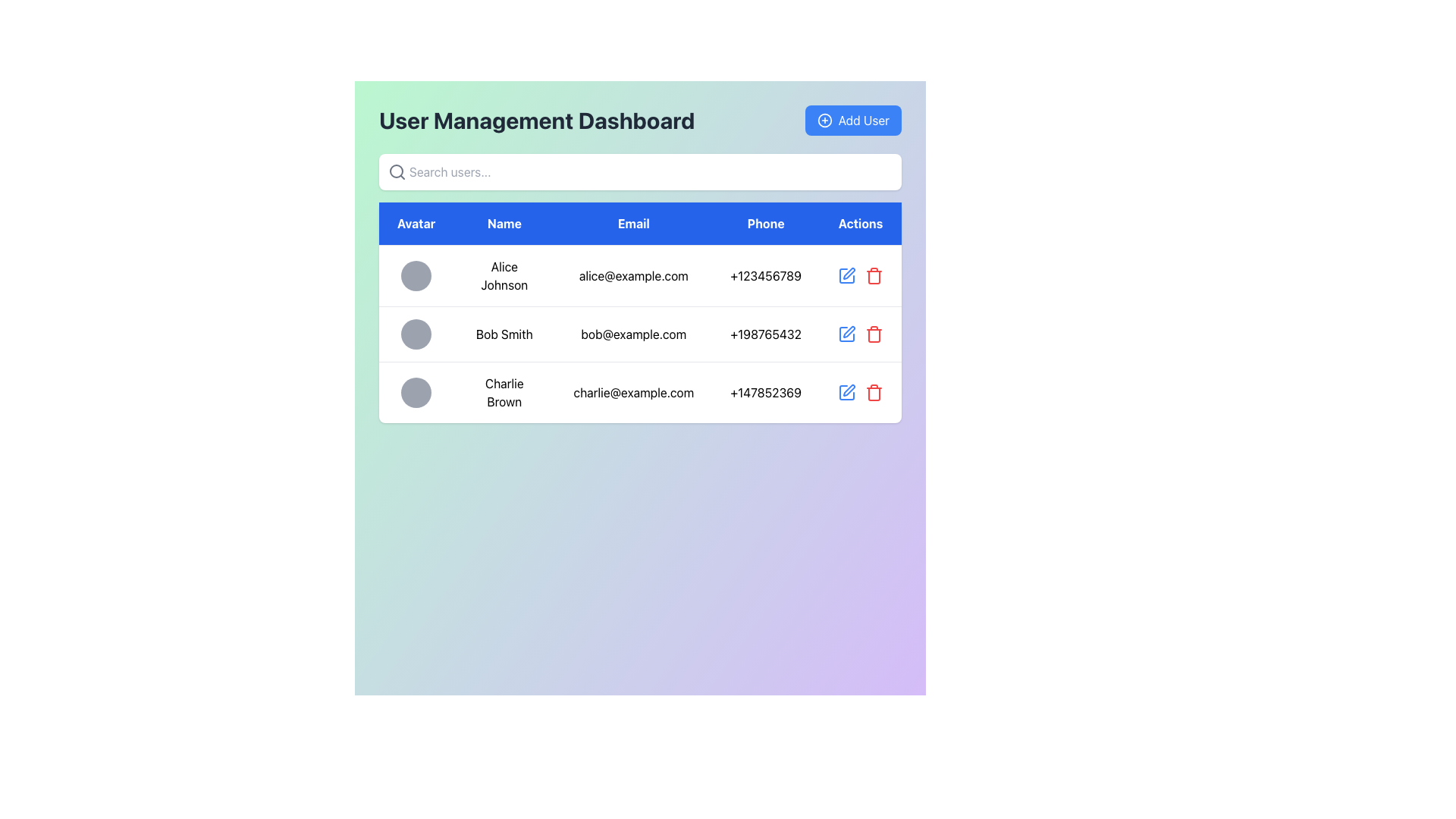  Describe the element at coordinates (640, 333) in the screenshot. I see `the second row of the user management table that contains user details and action buttons, positioned between 'Alice Johnson' and 'Charlie Brown'` at that location.